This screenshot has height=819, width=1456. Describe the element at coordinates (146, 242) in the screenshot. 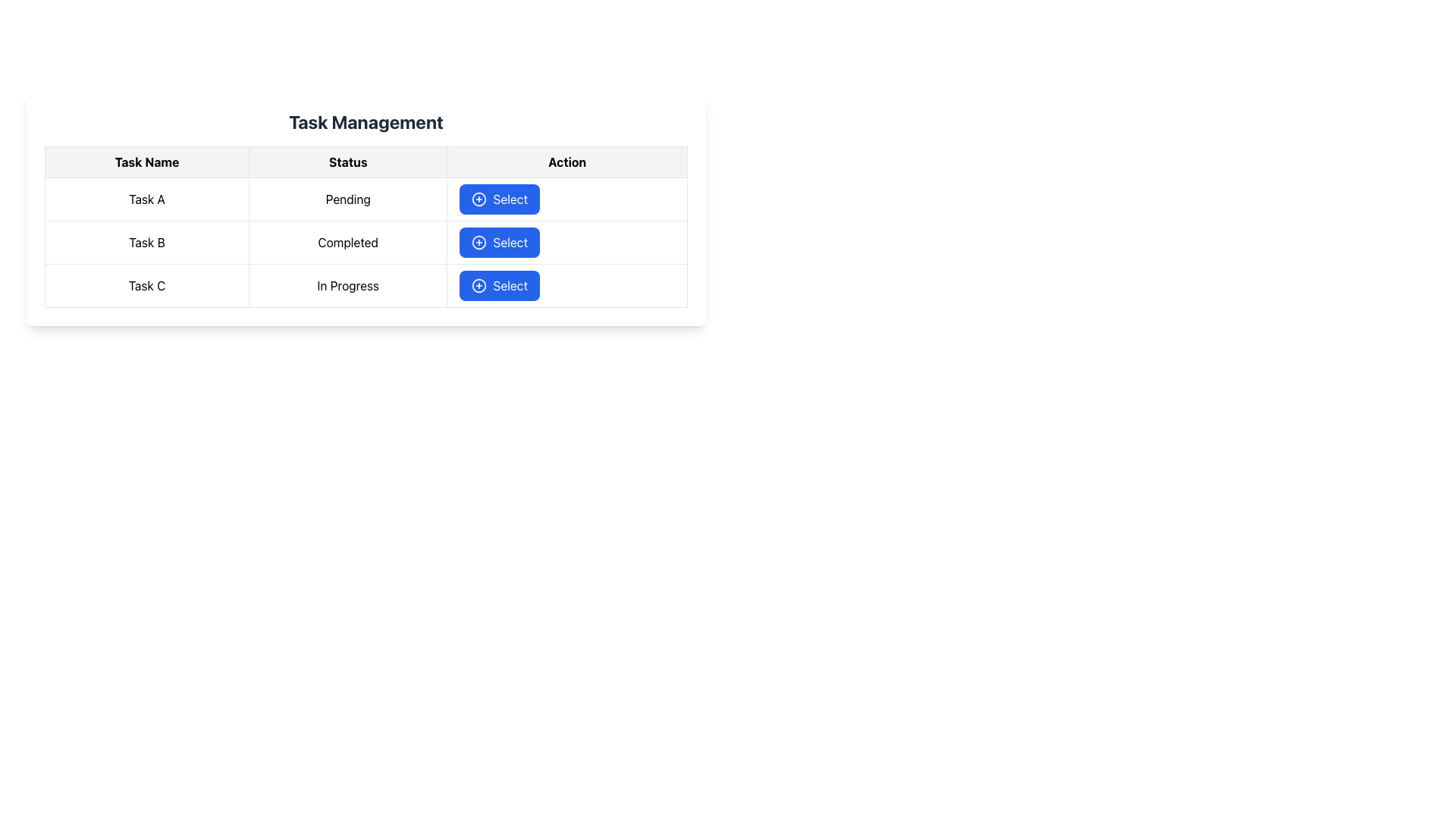

I see `the static text label reading 'Task B' located in the second row of a table under the 'Task Name' column, positioned between 'Task A' and 'Task C'` at that location.